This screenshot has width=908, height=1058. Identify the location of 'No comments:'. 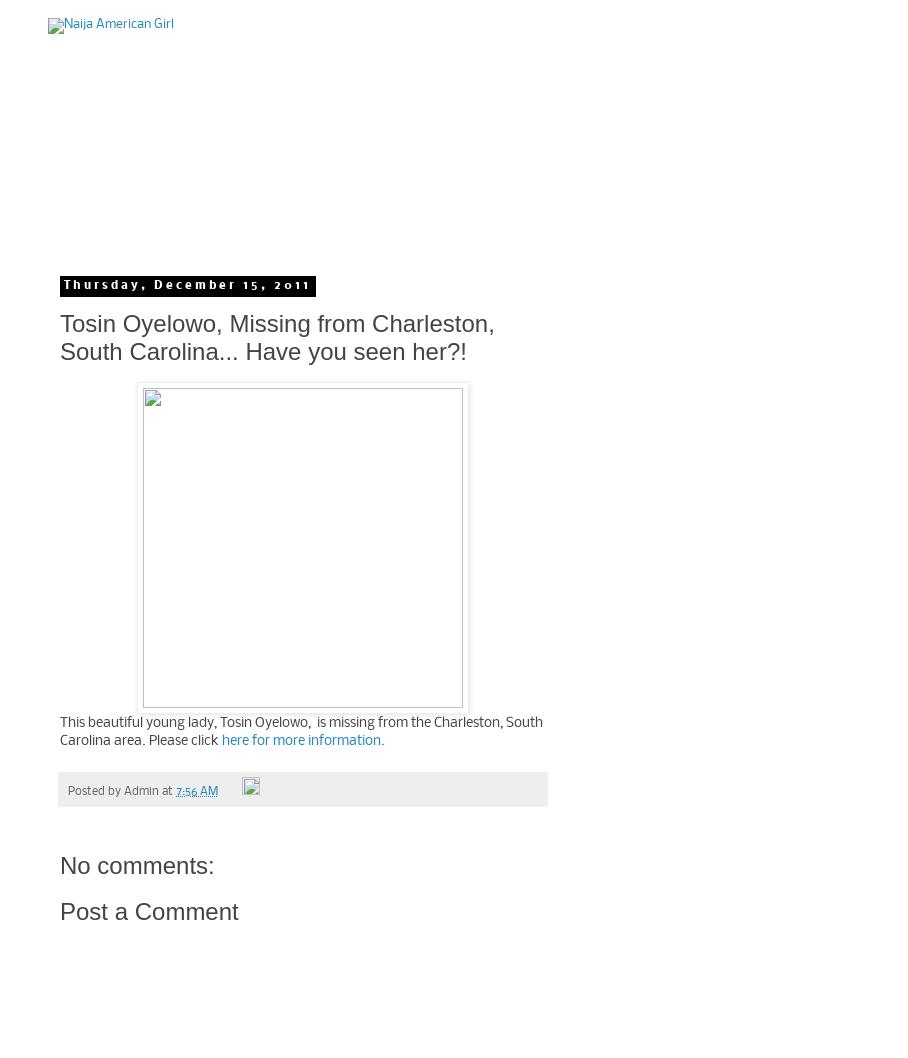
(60, 864).